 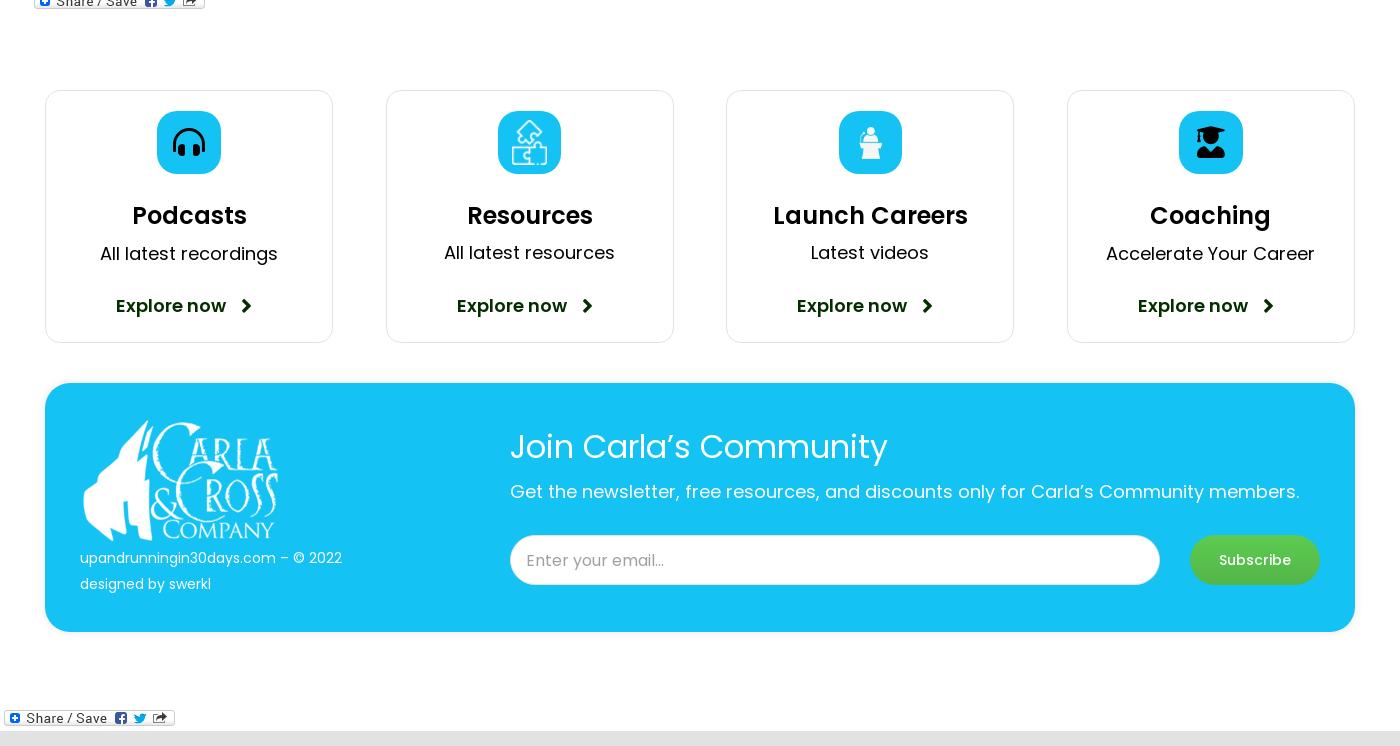 I want to click on 'Launch Careers', so click(x=868, y=214).